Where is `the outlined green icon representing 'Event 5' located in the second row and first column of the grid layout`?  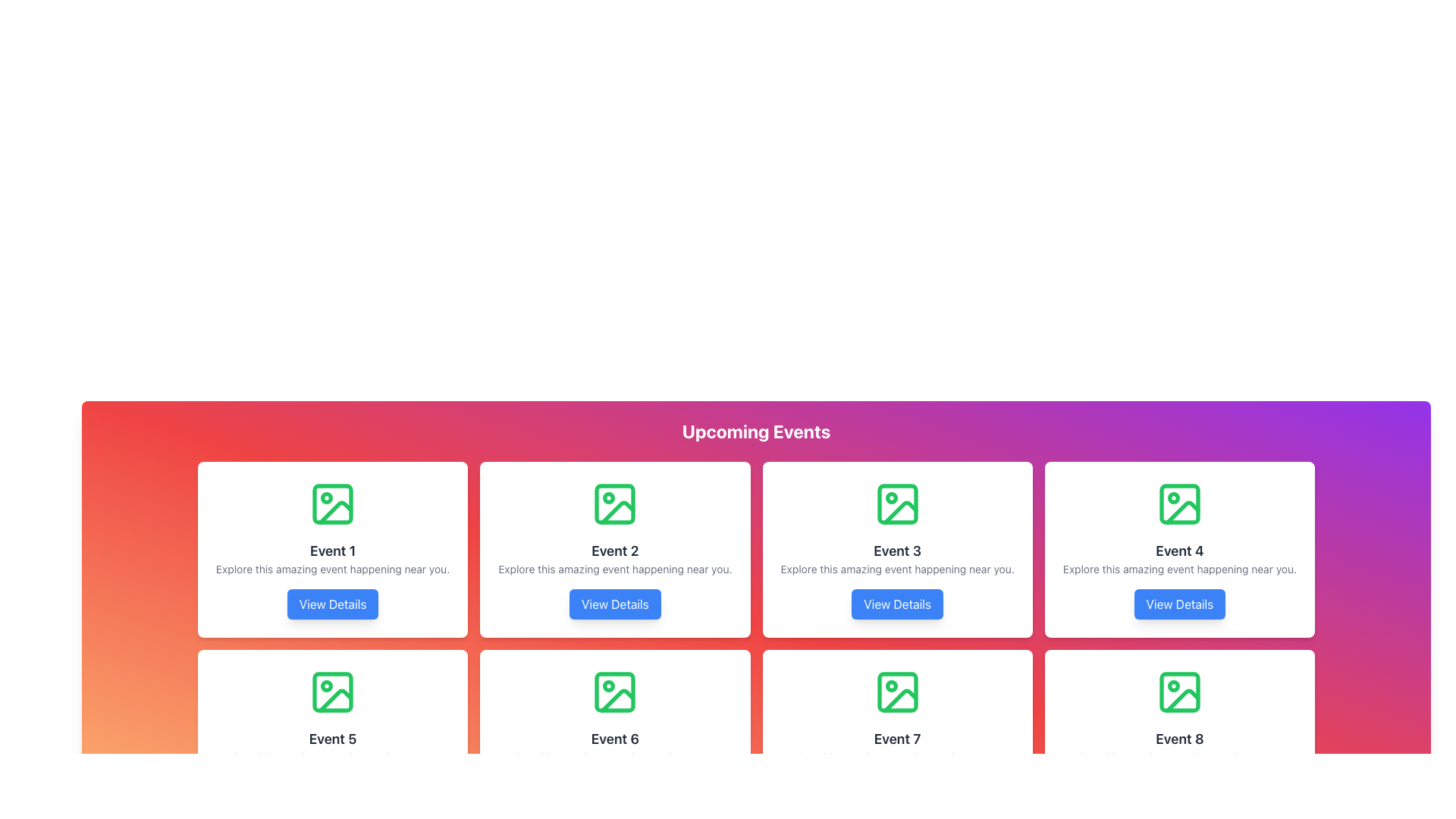 the outlined green icon representing 'Event 5' located in the second row and first column of the grid layout is located at coordinates (332, 692).